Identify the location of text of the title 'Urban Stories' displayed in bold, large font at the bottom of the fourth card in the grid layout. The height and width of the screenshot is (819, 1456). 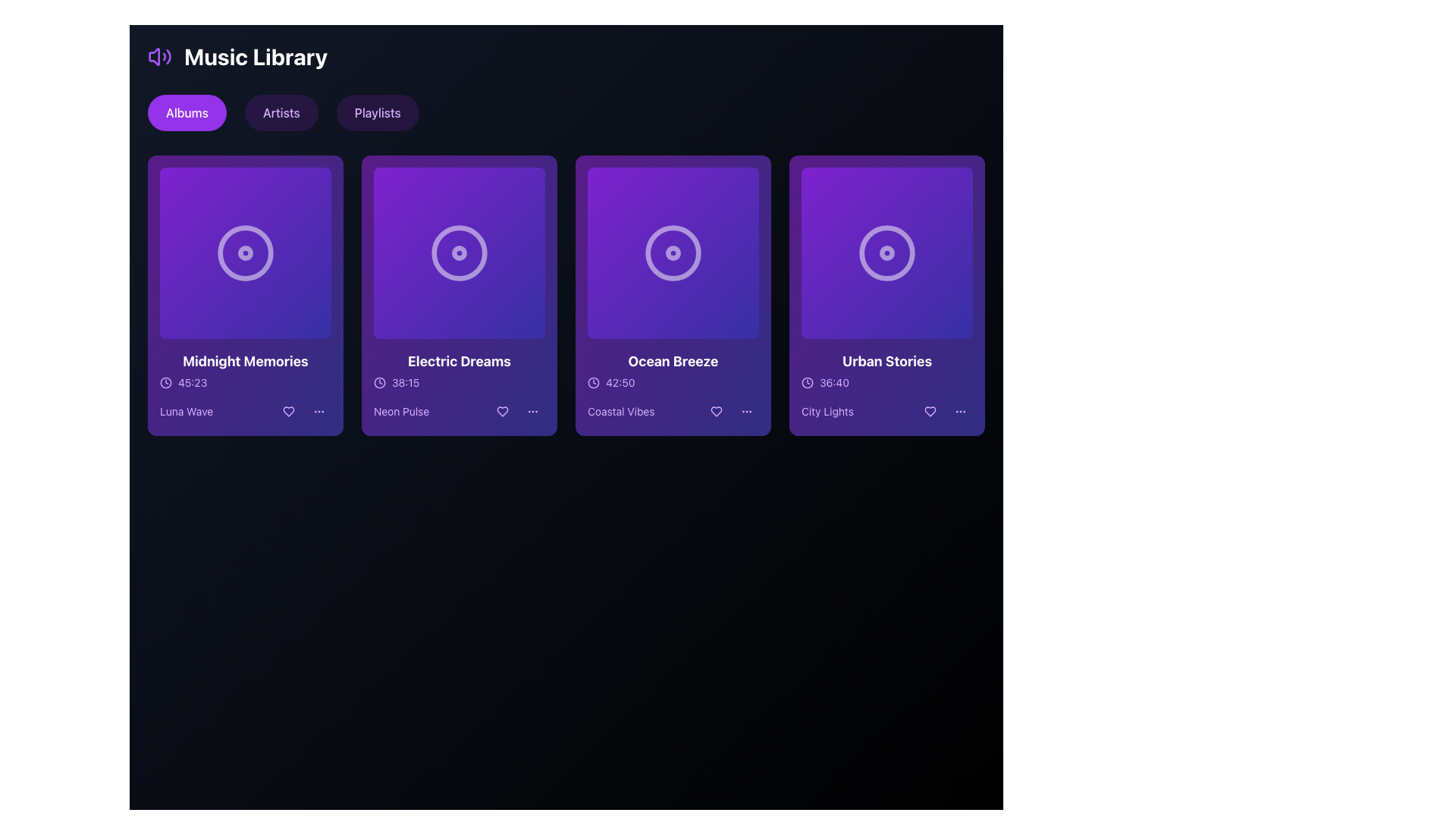
(887, 362).